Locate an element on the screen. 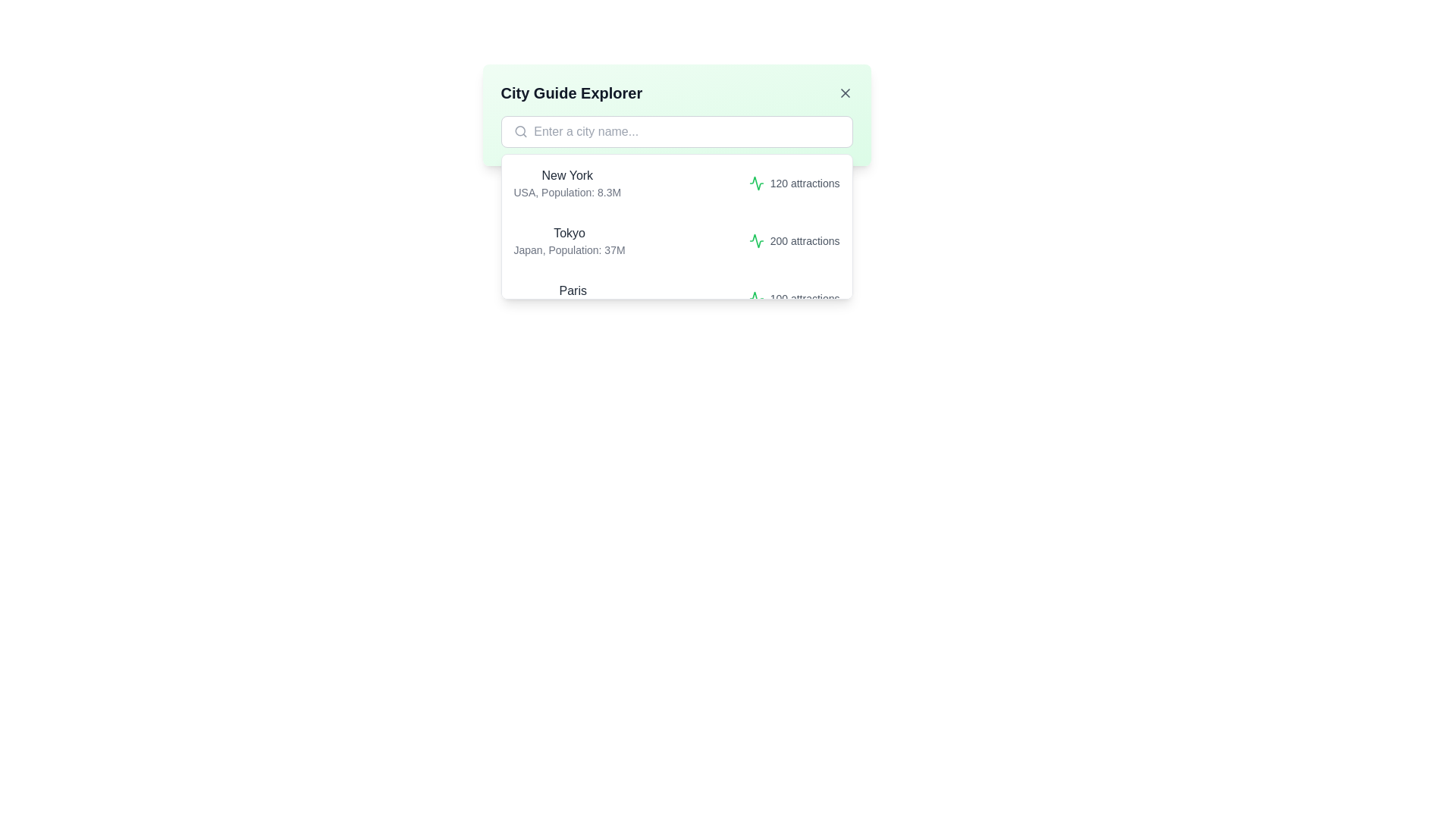 The width and height of the screenshot is (1456, 819). the close button icon located in the top-right corner of the 'City Guide Explorer' panel is located at coordinates (844, 93).